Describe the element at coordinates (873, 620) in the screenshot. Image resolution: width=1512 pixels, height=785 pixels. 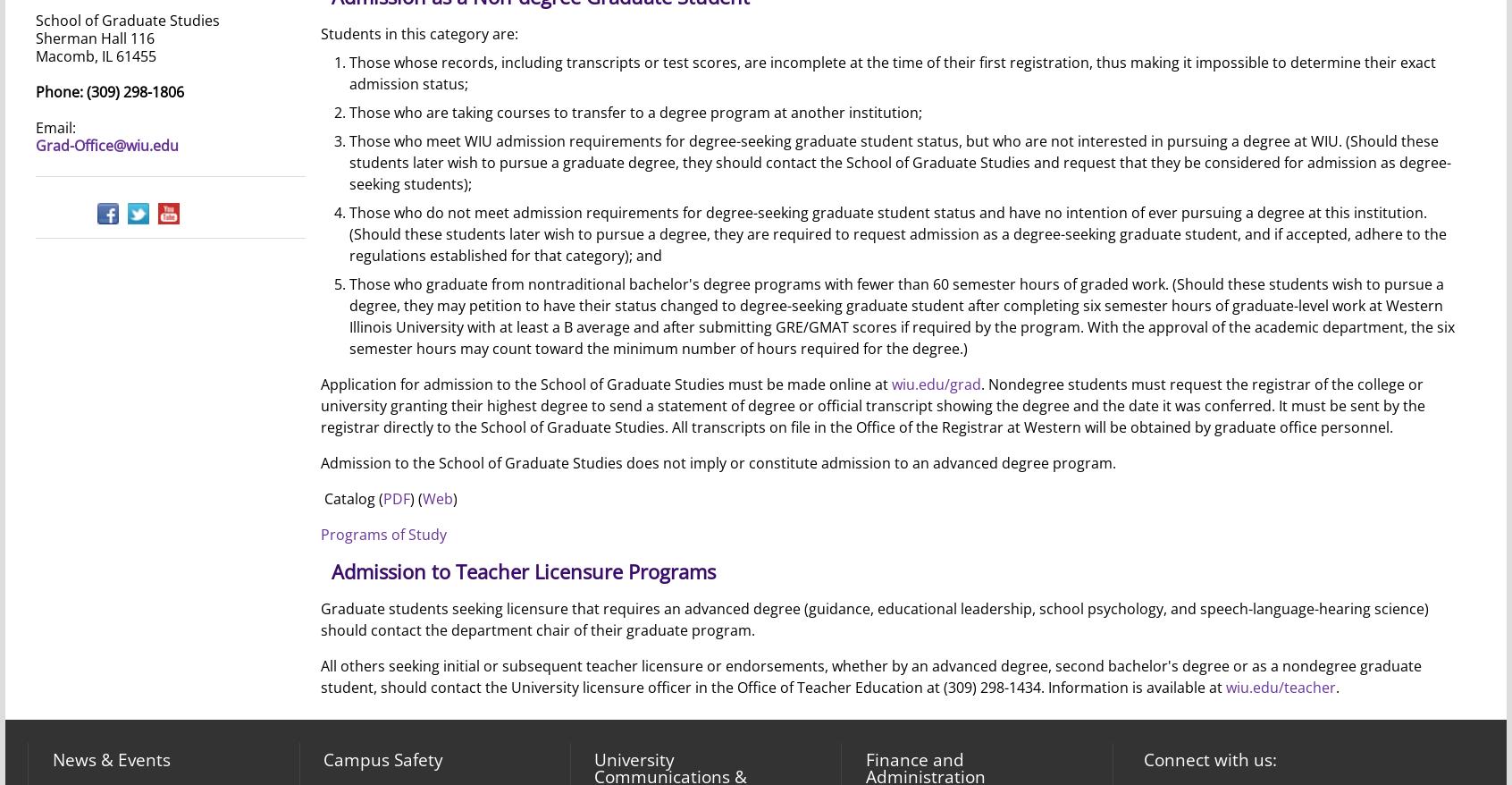
I see `'Graduate students seeking licensure that requires an advanced degree (guidance, educational leadership, school psychology, and speech-language-hearing science) should contact the department chair of their graduate program.'` at that location.